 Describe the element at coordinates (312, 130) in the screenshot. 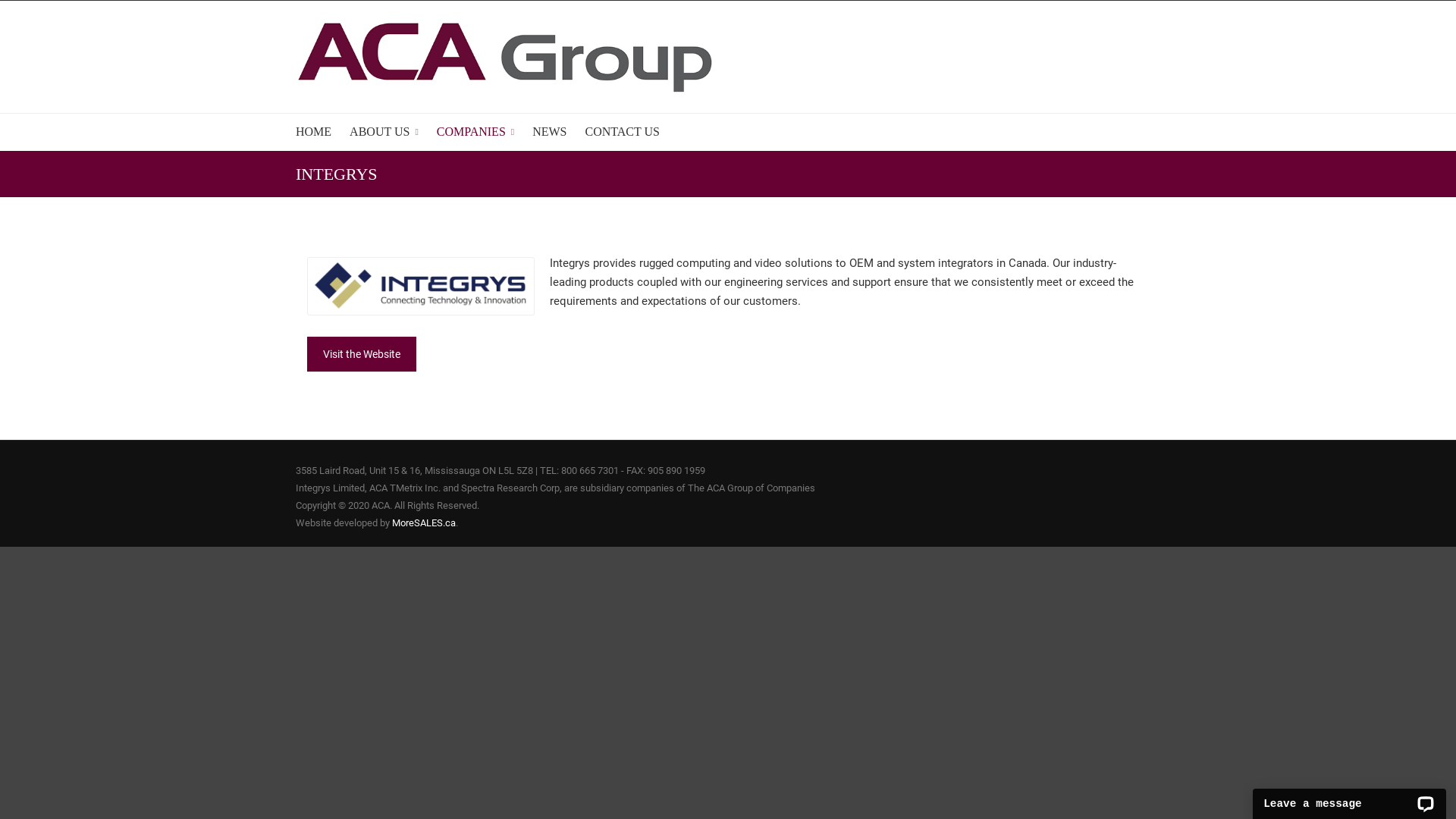

I see `'HOME'` at that location.